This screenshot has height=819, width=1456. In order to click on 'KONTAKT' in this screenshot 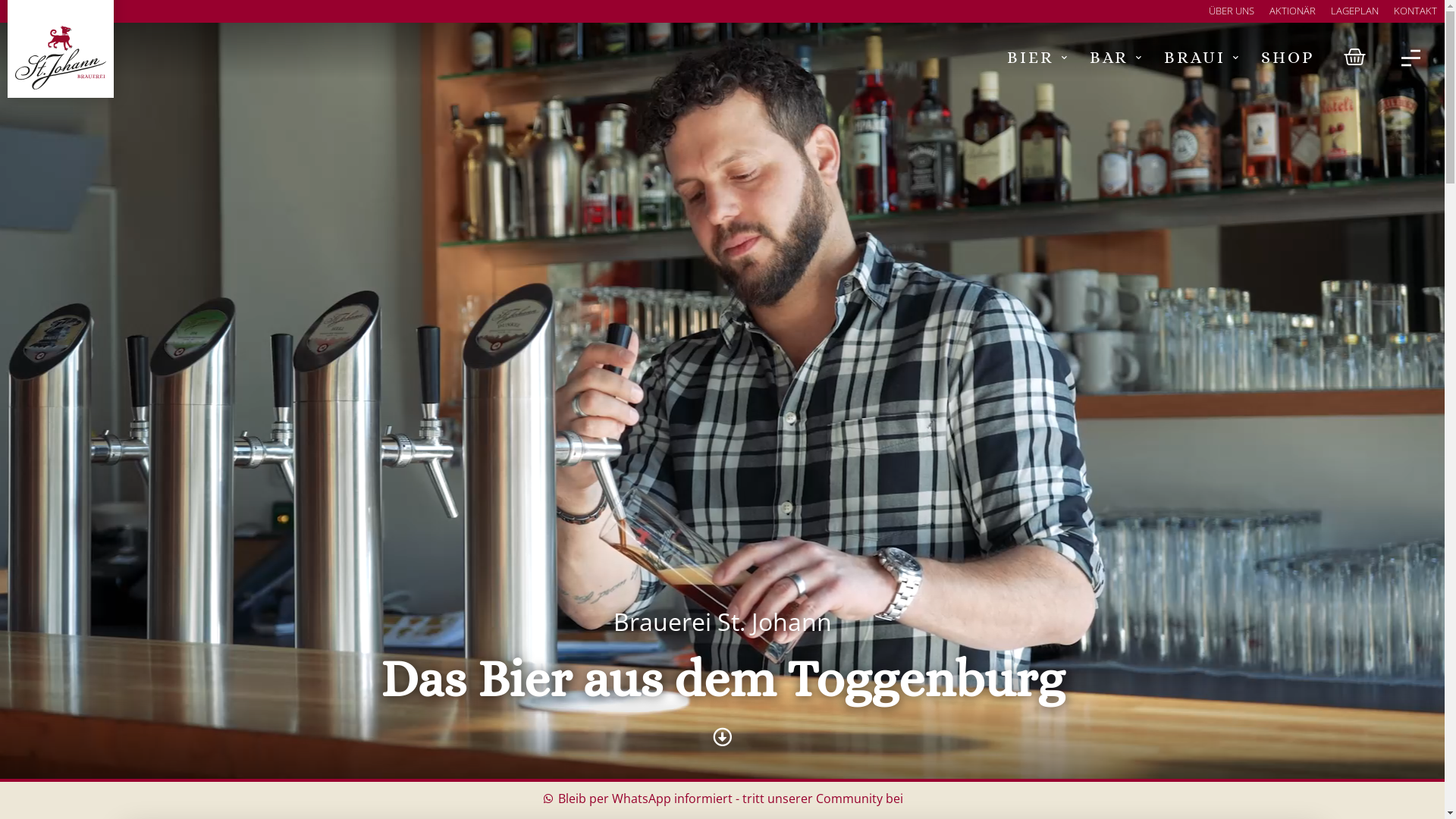, I will do `click(1414, 11)`.